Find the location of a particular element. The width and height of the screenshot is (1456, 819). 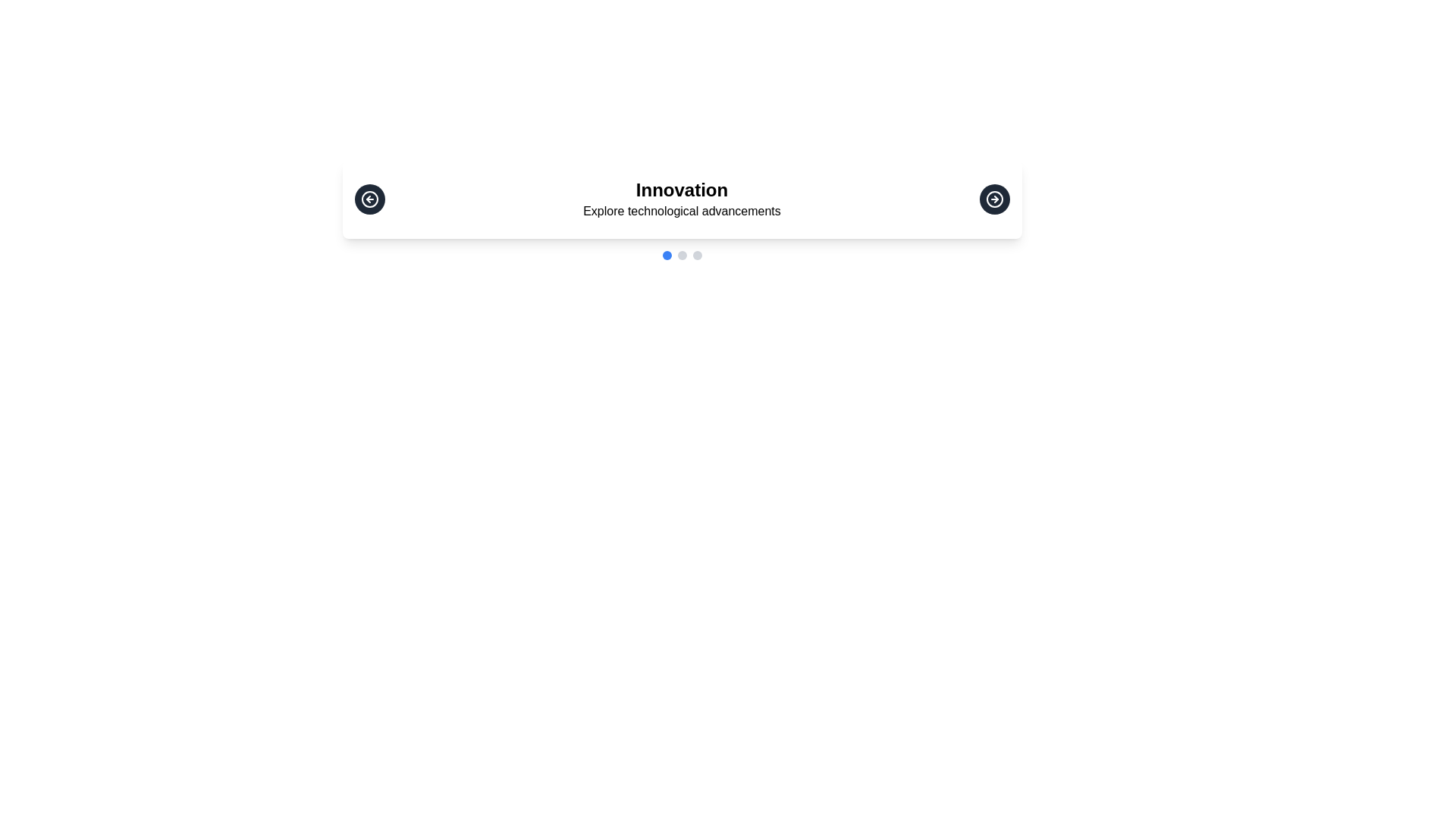

the static informational component displaying the text 'Innovation' with the smaller grey text 'Explore technological advancements' is located at coordinates (681, 198).